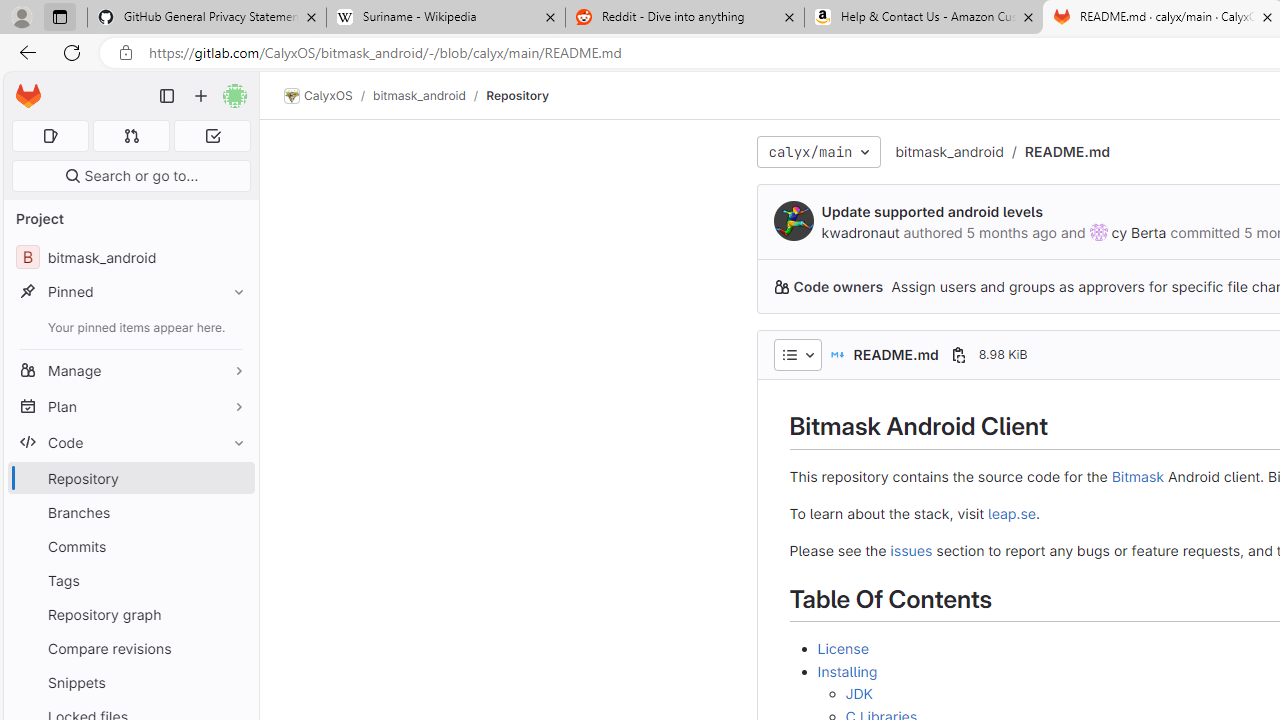 Image resolution: width=1280 pixels, height=720 pixels. Describe the element at coordinates (130, 256) in the screenshot. I see `'B bitmask_android'` at that location.